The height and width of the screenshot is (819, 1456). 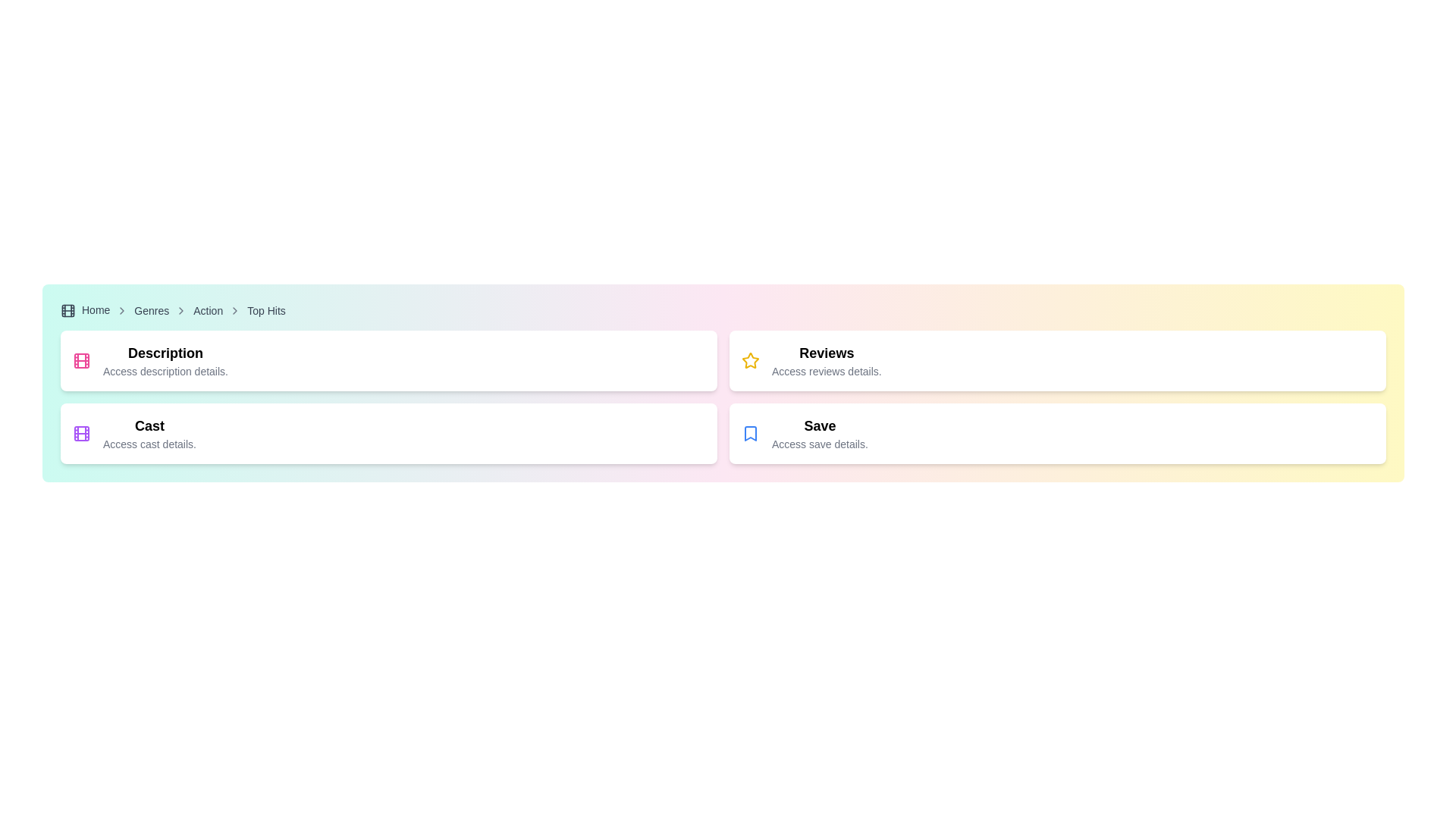 I want to click on the composite component in the bottom right quadrant of the interface that serves as a navigation or action prompt for saving details, located beneath the 'Reviews' card, so click(x=819, y=434).